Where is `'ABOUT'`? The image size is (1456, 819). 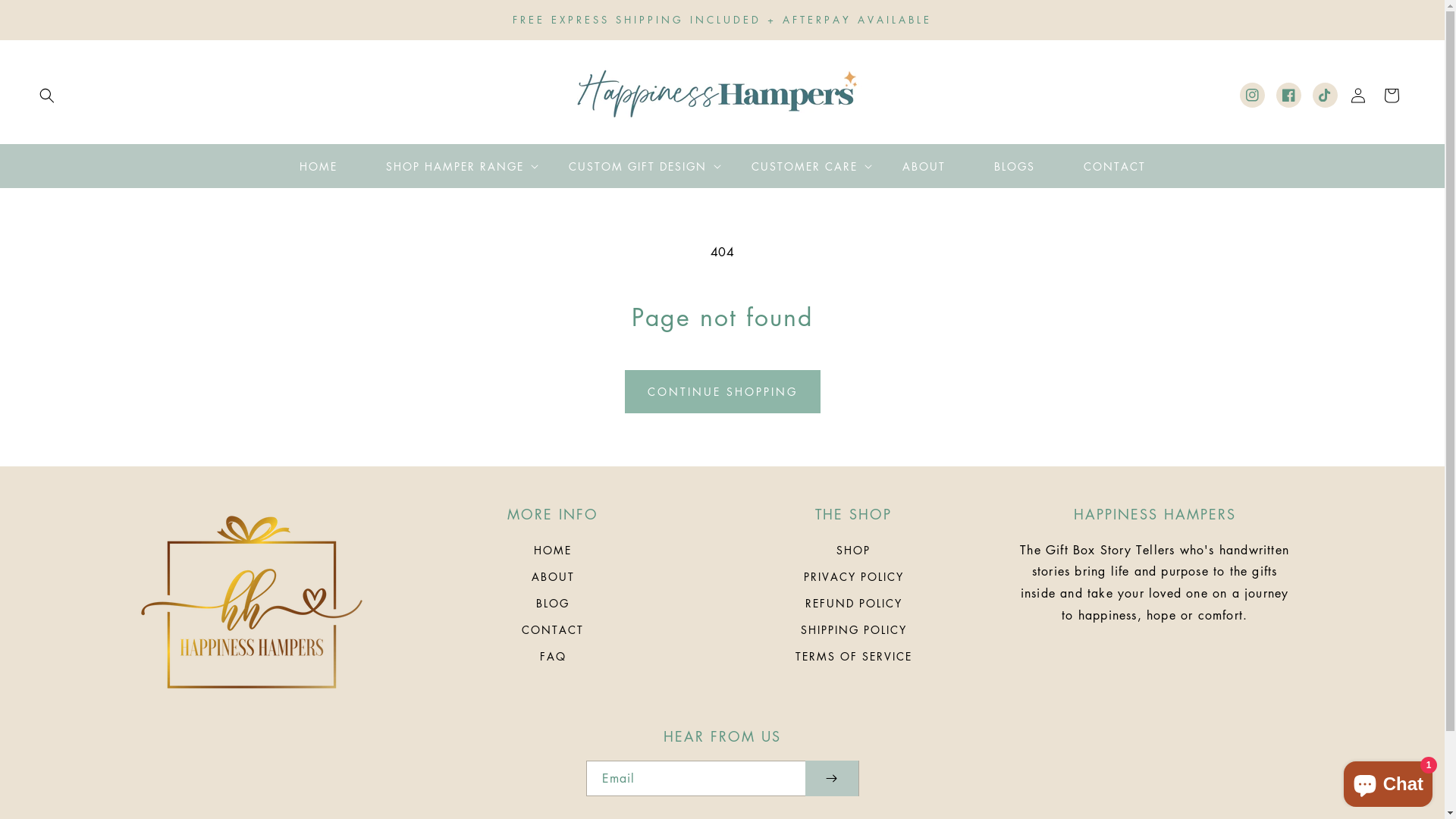 'ABOUT' is located at coordinates (877, 166).